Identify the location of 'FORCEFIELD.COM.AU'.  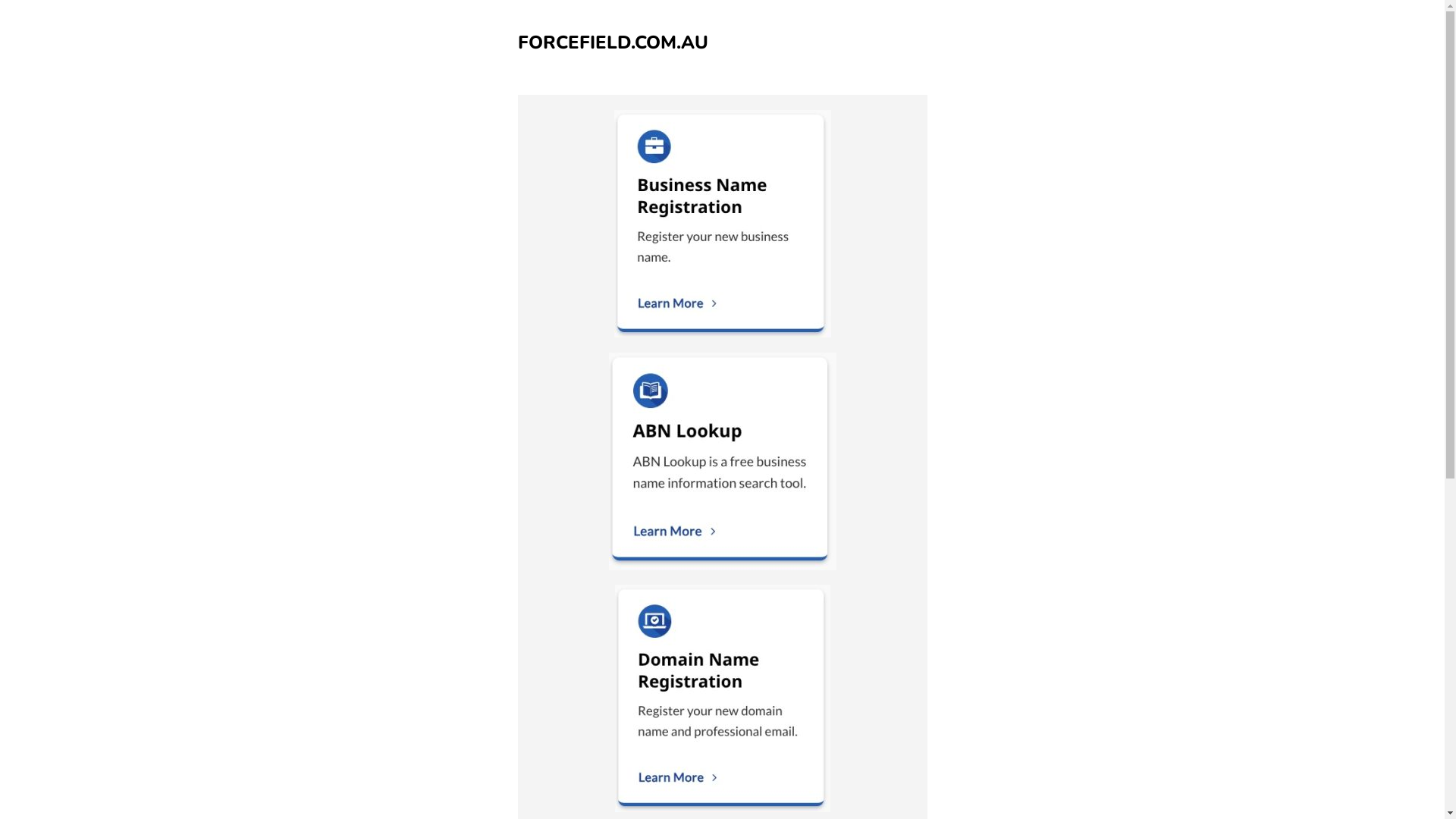
(516, 42).